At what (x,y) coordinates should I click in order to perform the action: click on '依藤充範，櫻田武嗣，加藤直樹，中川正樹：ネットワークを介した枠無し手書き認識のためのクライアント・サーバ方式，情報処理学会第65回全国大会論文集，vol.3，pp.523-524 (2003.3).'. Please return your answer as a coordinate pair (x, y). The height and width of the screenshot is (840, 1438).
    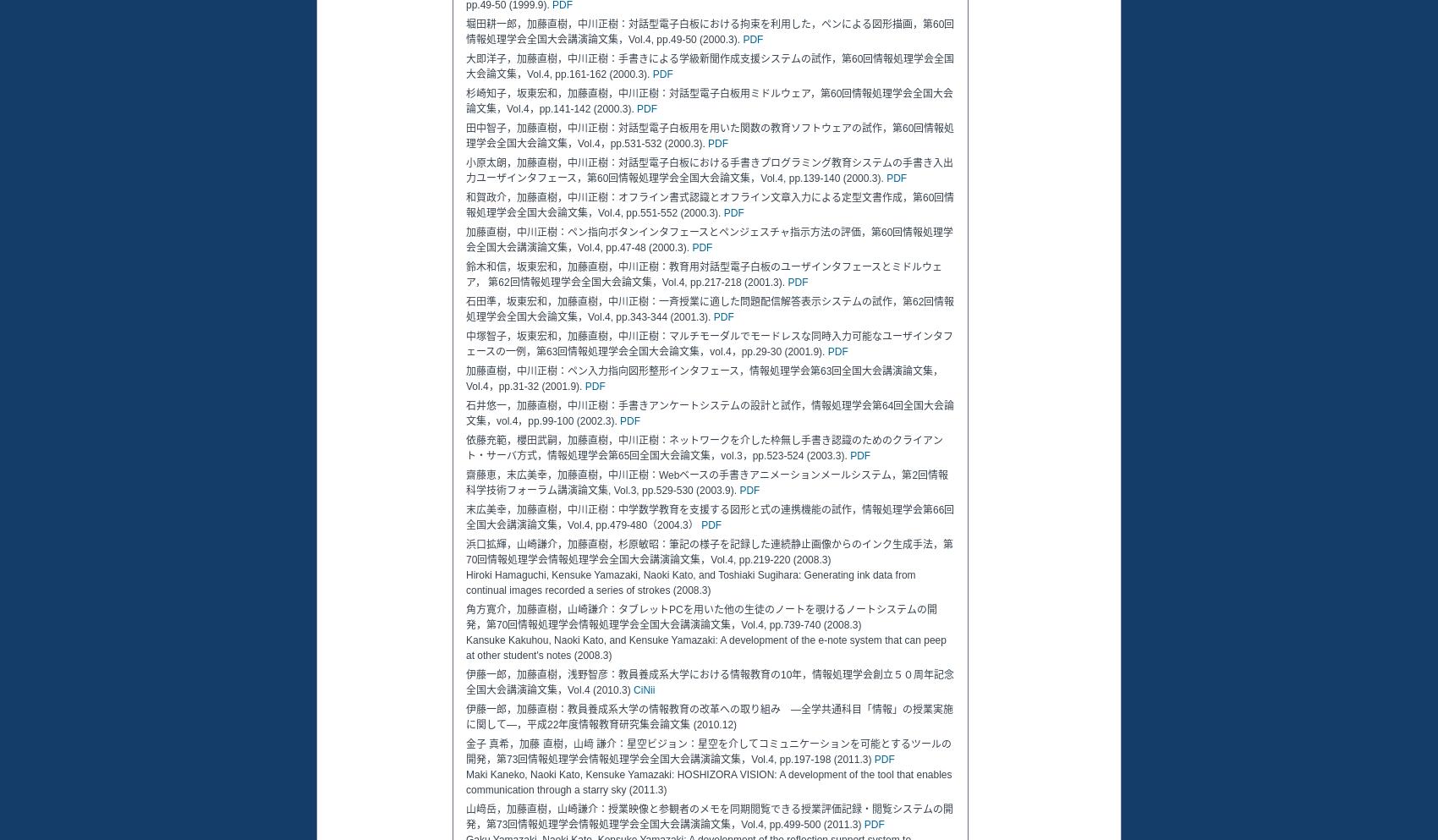
    Looking at the image, I should click on (704, 447).